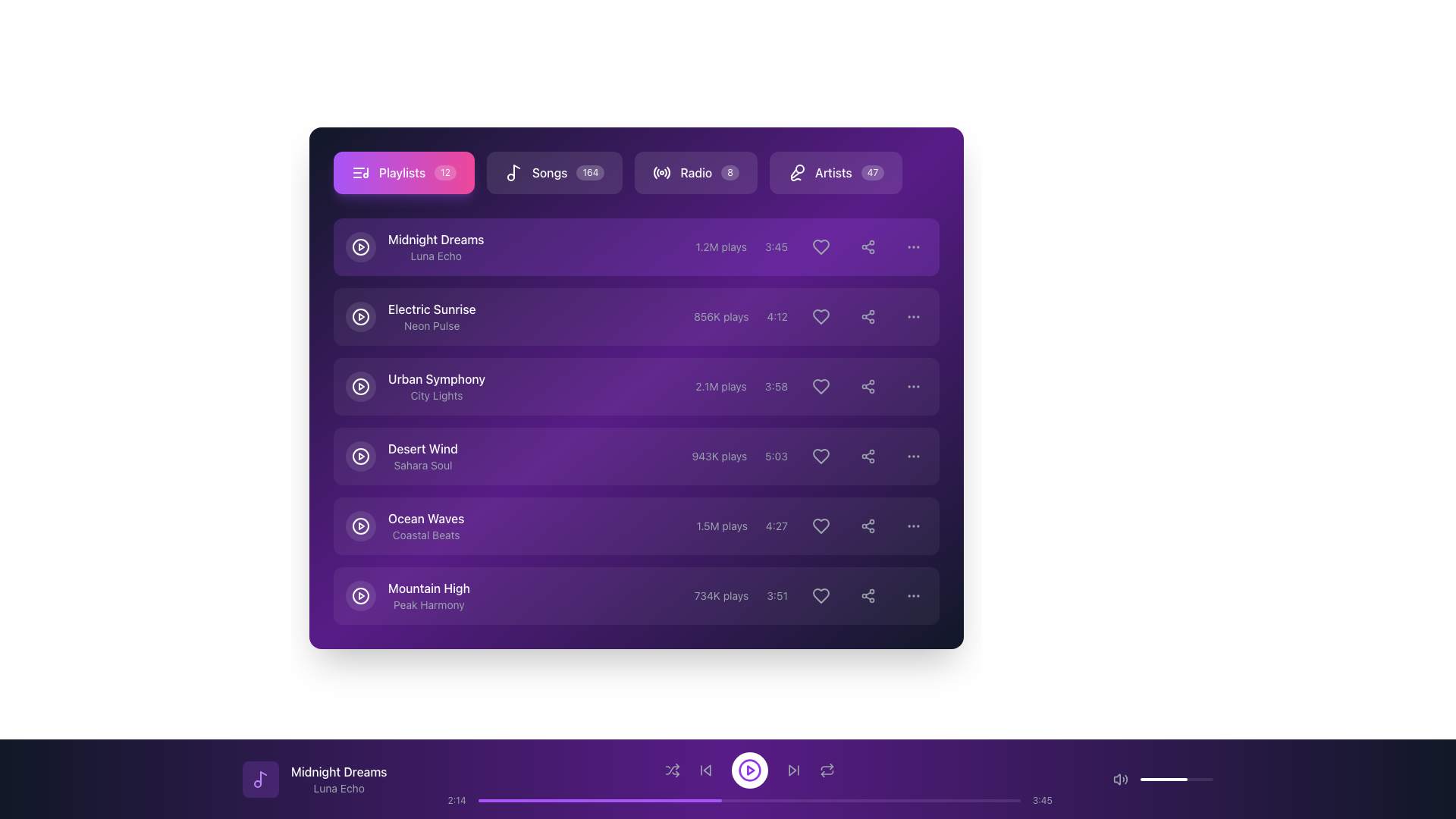  What do you see at coordinates (359, 315) in the screenshot?
I see `the circular play button with a white border that plays the song 'Electric Sunrise.'` at bounding box center [359, 315].